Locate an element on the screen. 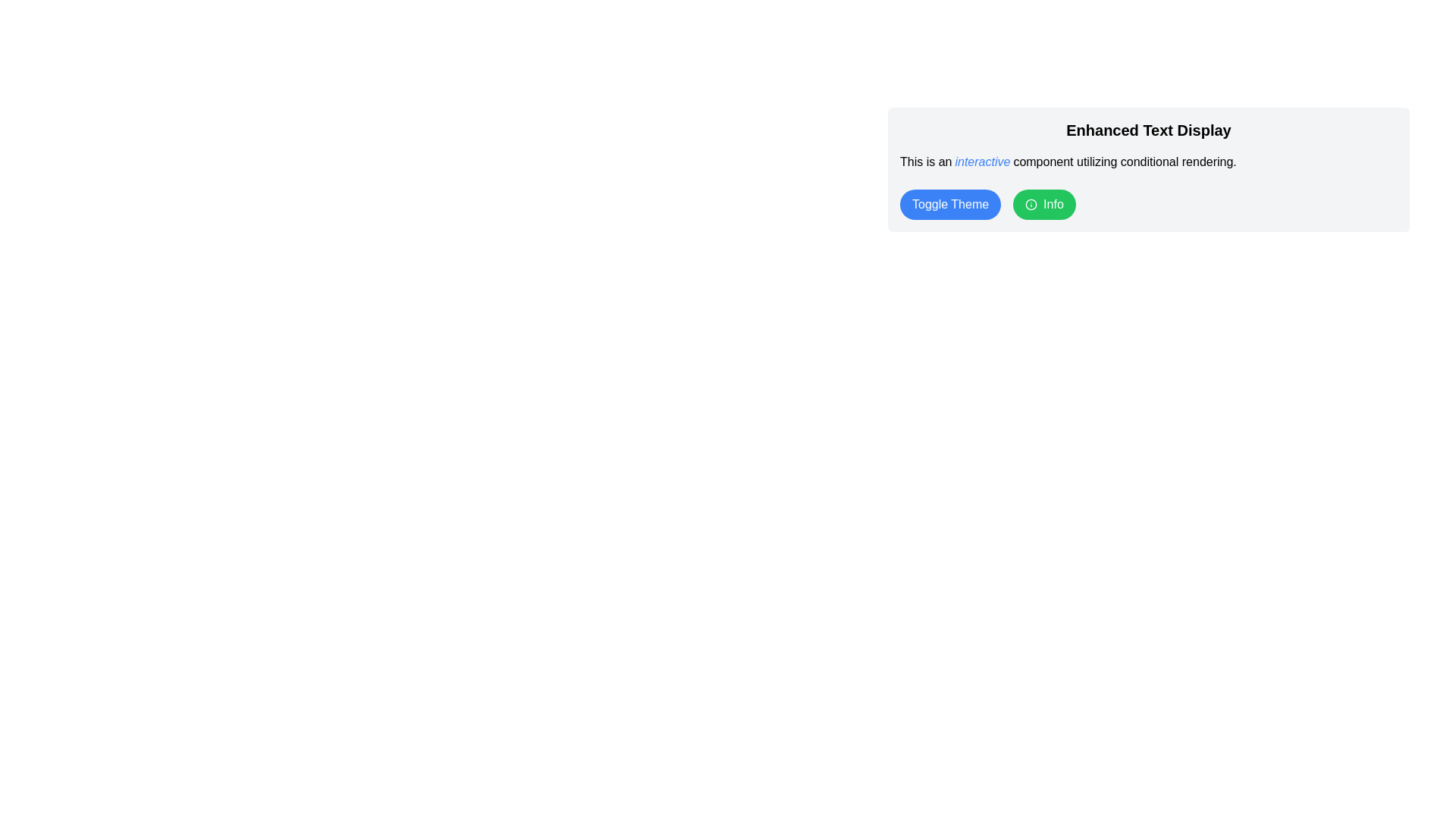 Image resolution: width=1456 pixels, height=819 pixels. the text block that contains the sentence 'This is an interactive component utilizing conditional rendering.' which has 'interactive' styled in blue italics is located at coordinates (1149, 162).